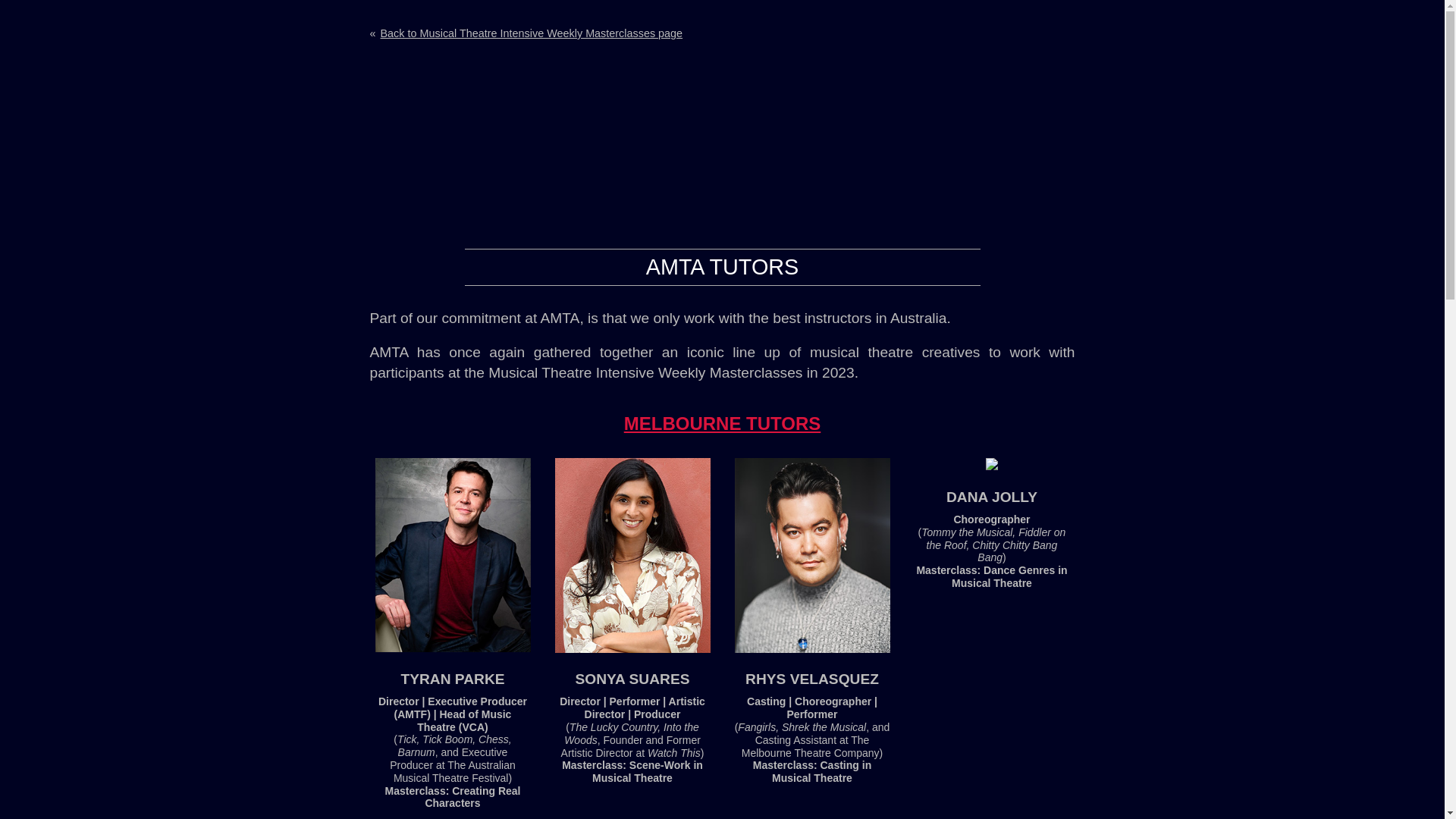  I want to click on 'Back to Musical Theatre Intensive Weekly Masterclasses page', so click(534, 33).